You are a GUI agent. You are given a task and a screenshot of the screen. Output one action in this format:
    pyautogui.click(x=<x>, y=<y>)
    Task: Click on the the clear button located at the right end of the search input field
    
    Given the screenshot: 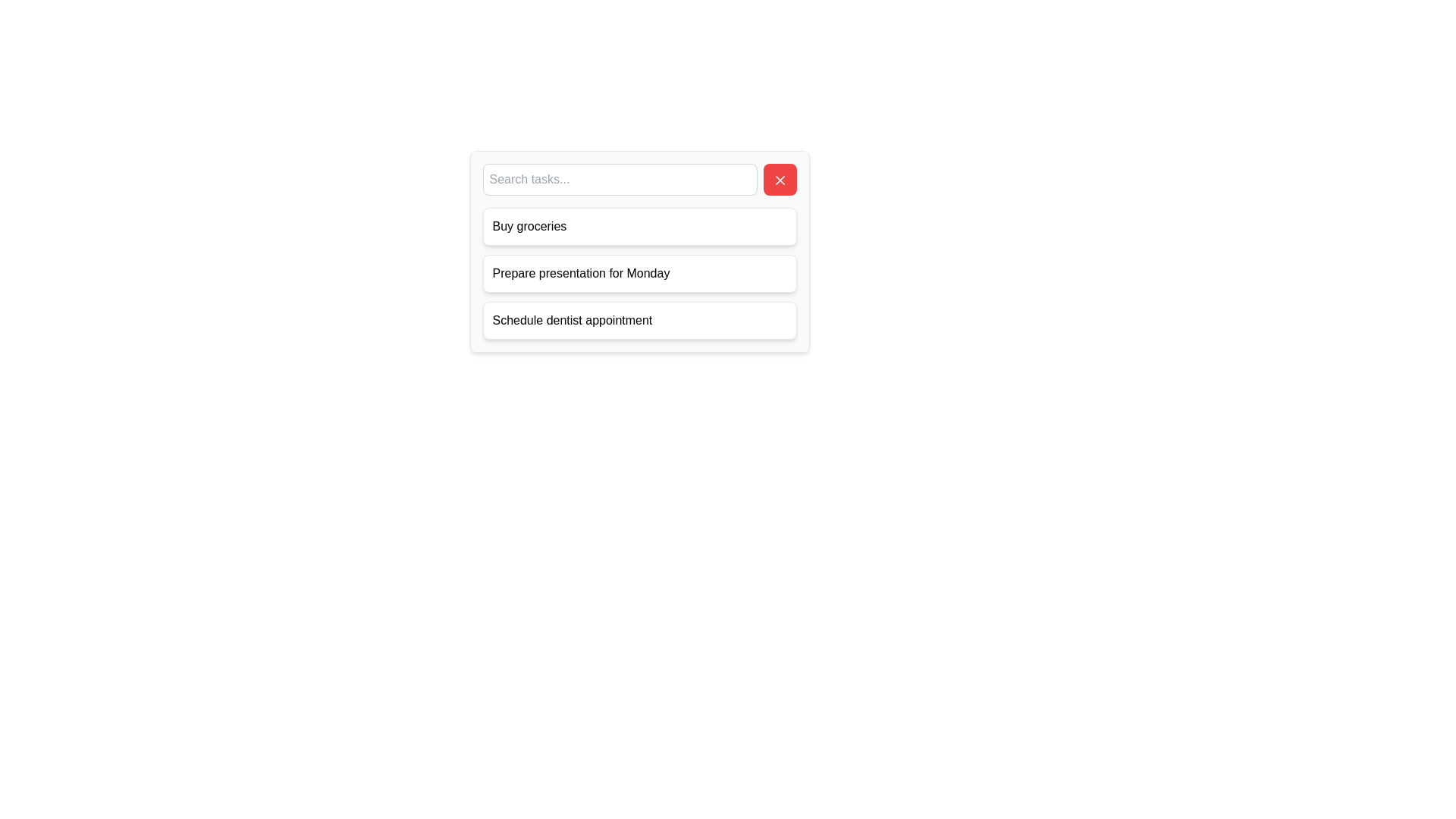 What is the action you would take?
    pyautogui.click(x=780, y=178)
    